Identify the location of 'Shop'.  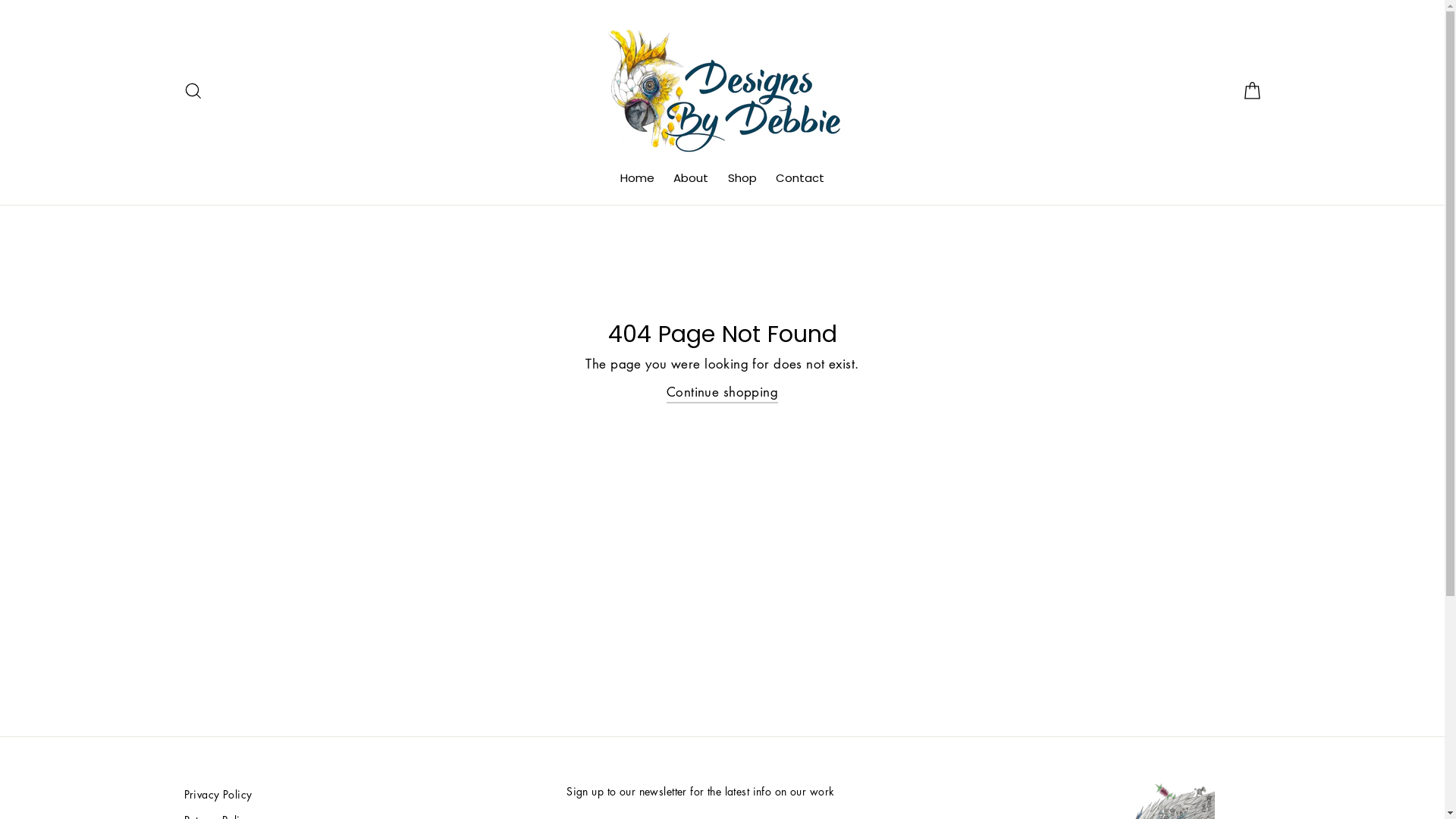
(742, 177).